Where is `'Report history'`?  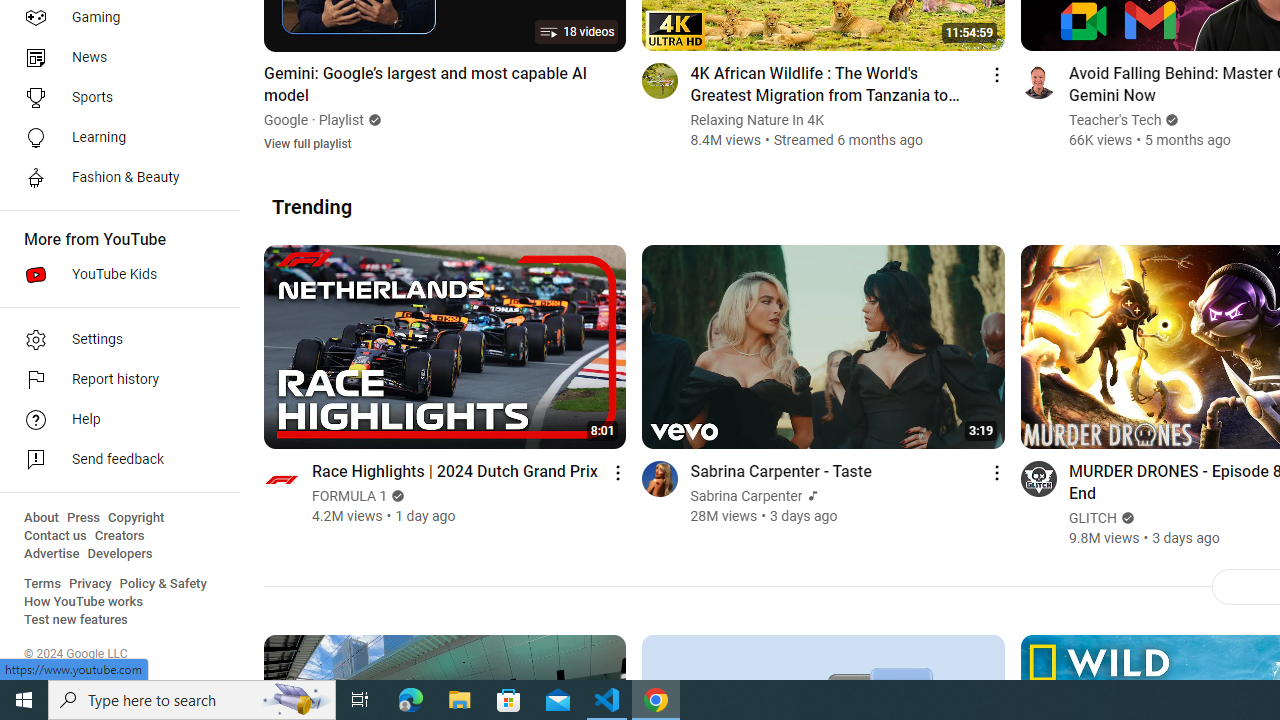 'Report history' is located at coordinates (112, 380).